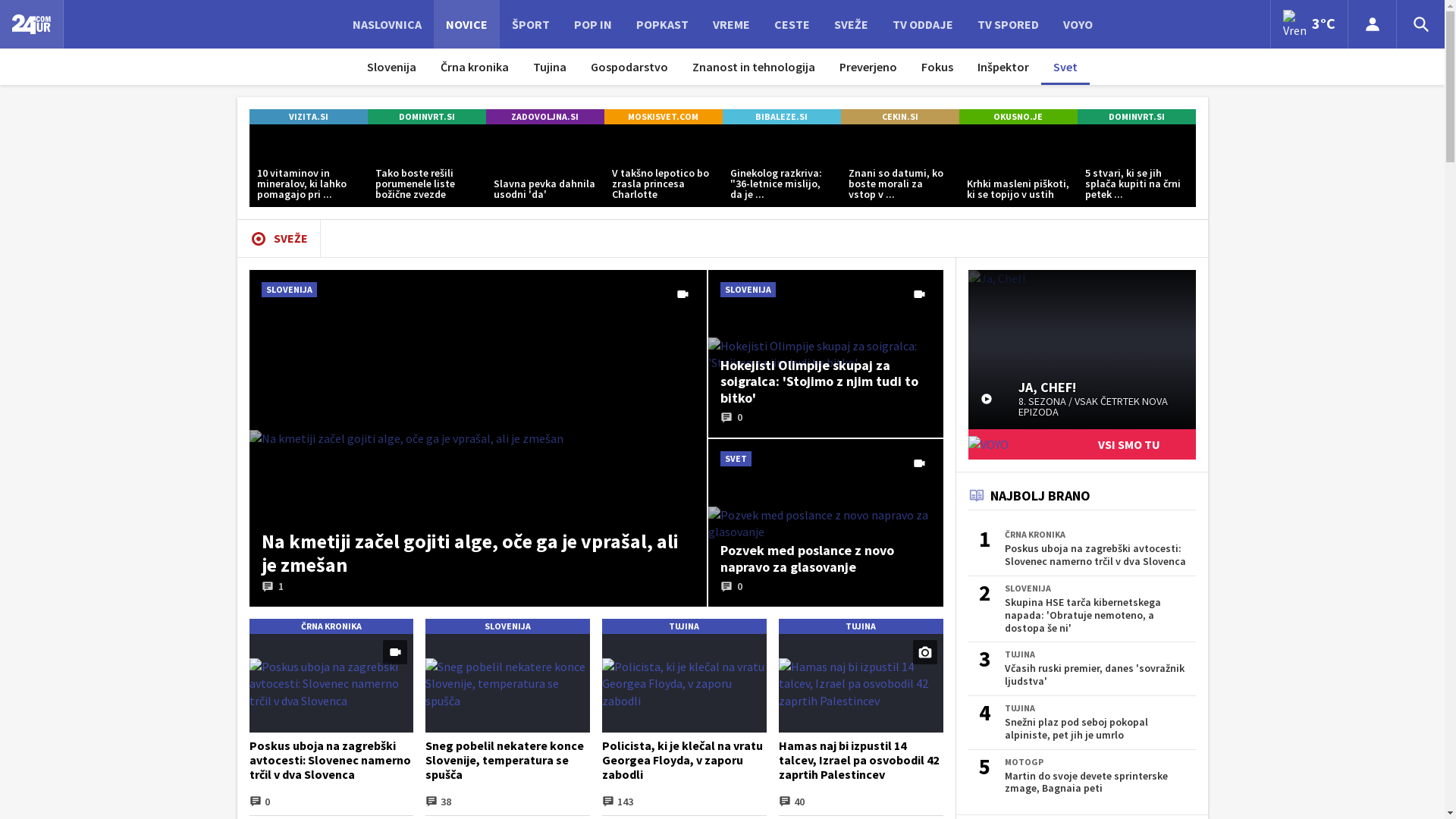  Describe the element at coordinates (466, 24) in the screenshot. I see `'NOVICE'` at that location.